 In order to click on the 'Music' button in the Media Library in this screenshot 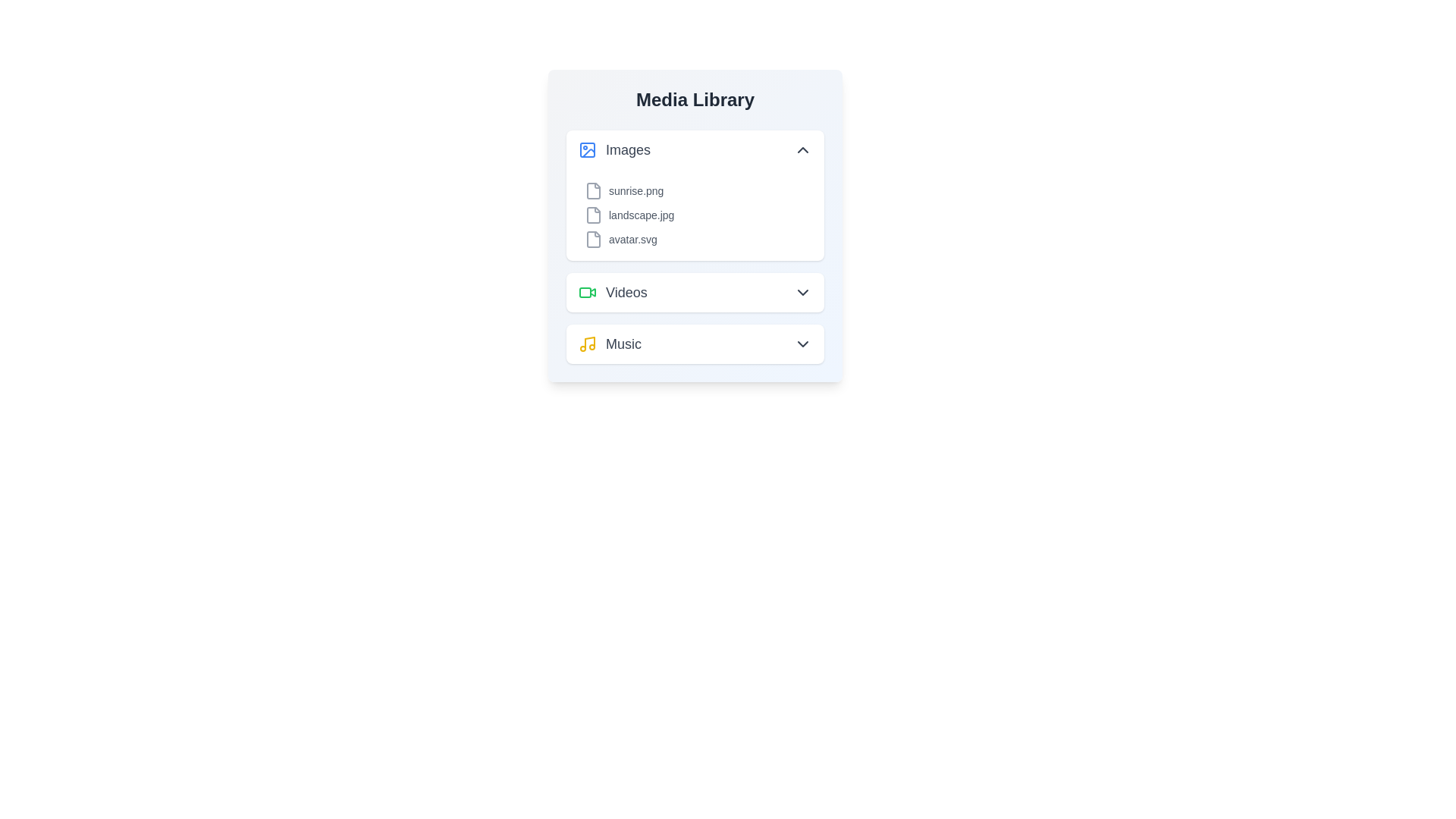, I will do `click(694, 344)`.